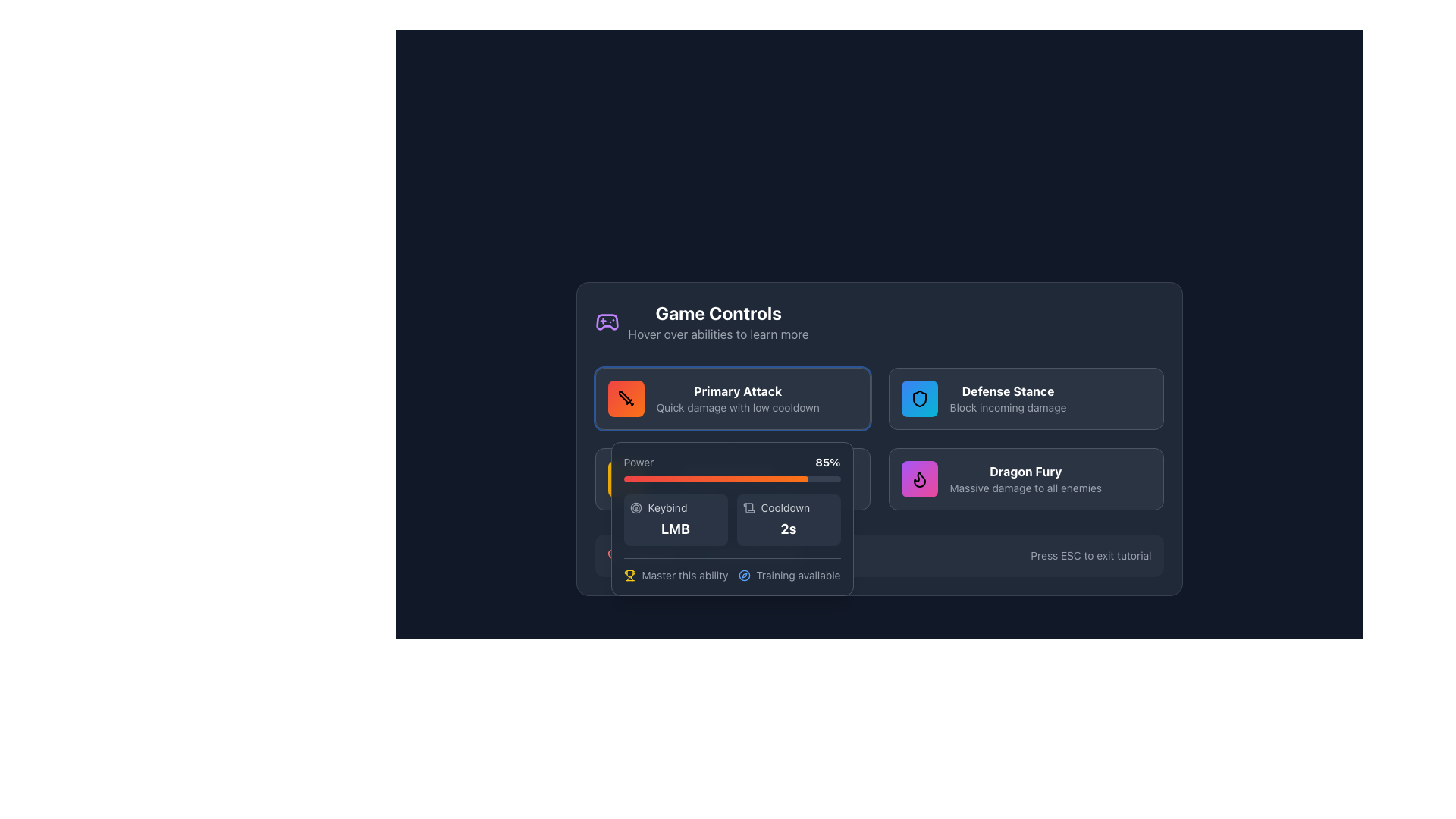  I want to click on the 'Defense Stance' text label, which displays the text in bold white on a dark background, positioned in the upper-right area of the modal interface, so click(1008, 391).